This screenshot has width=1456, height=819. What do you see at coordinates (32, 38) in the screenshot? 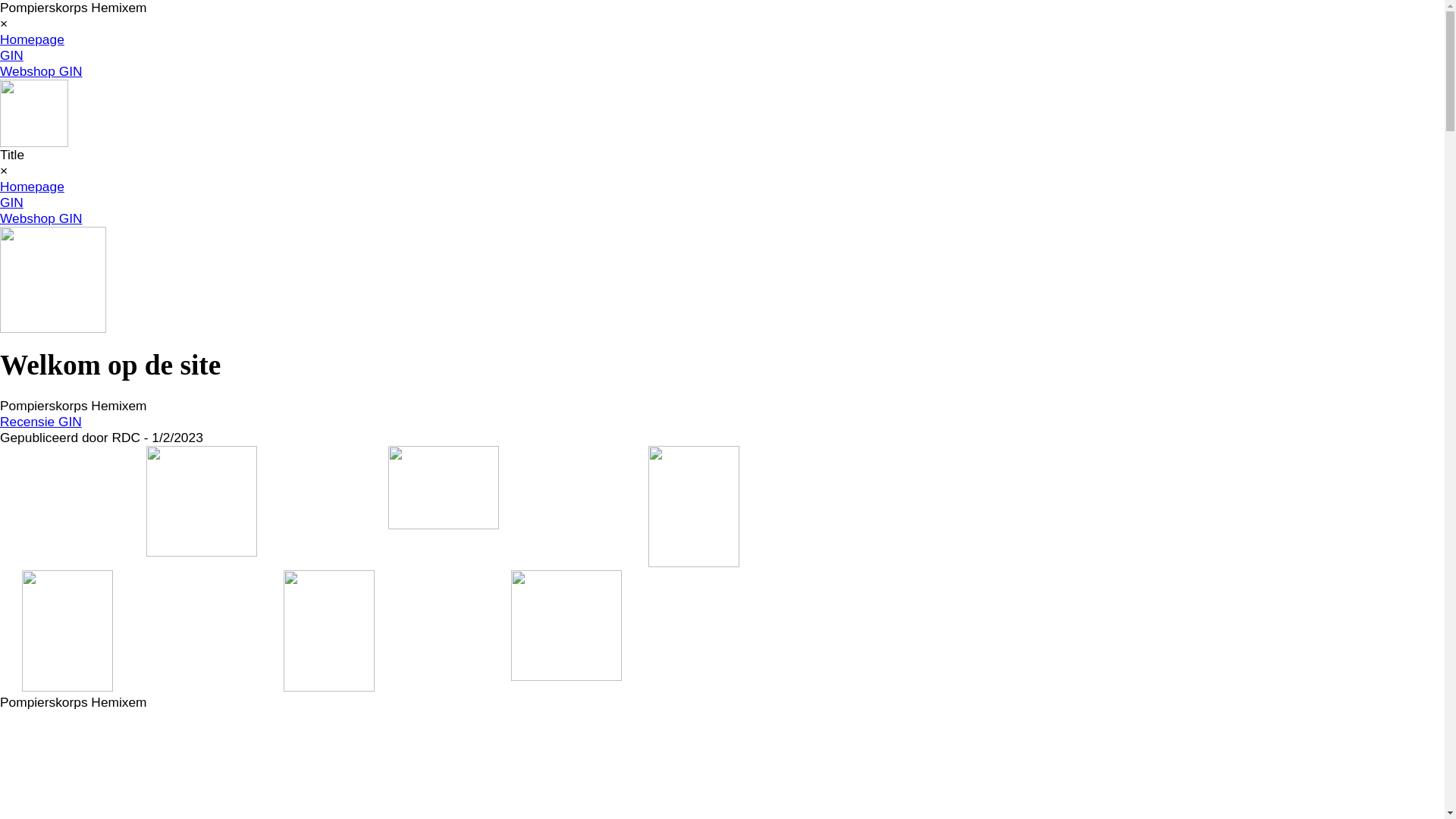
I see `'Homepage'` at bounding box center [32, 38].